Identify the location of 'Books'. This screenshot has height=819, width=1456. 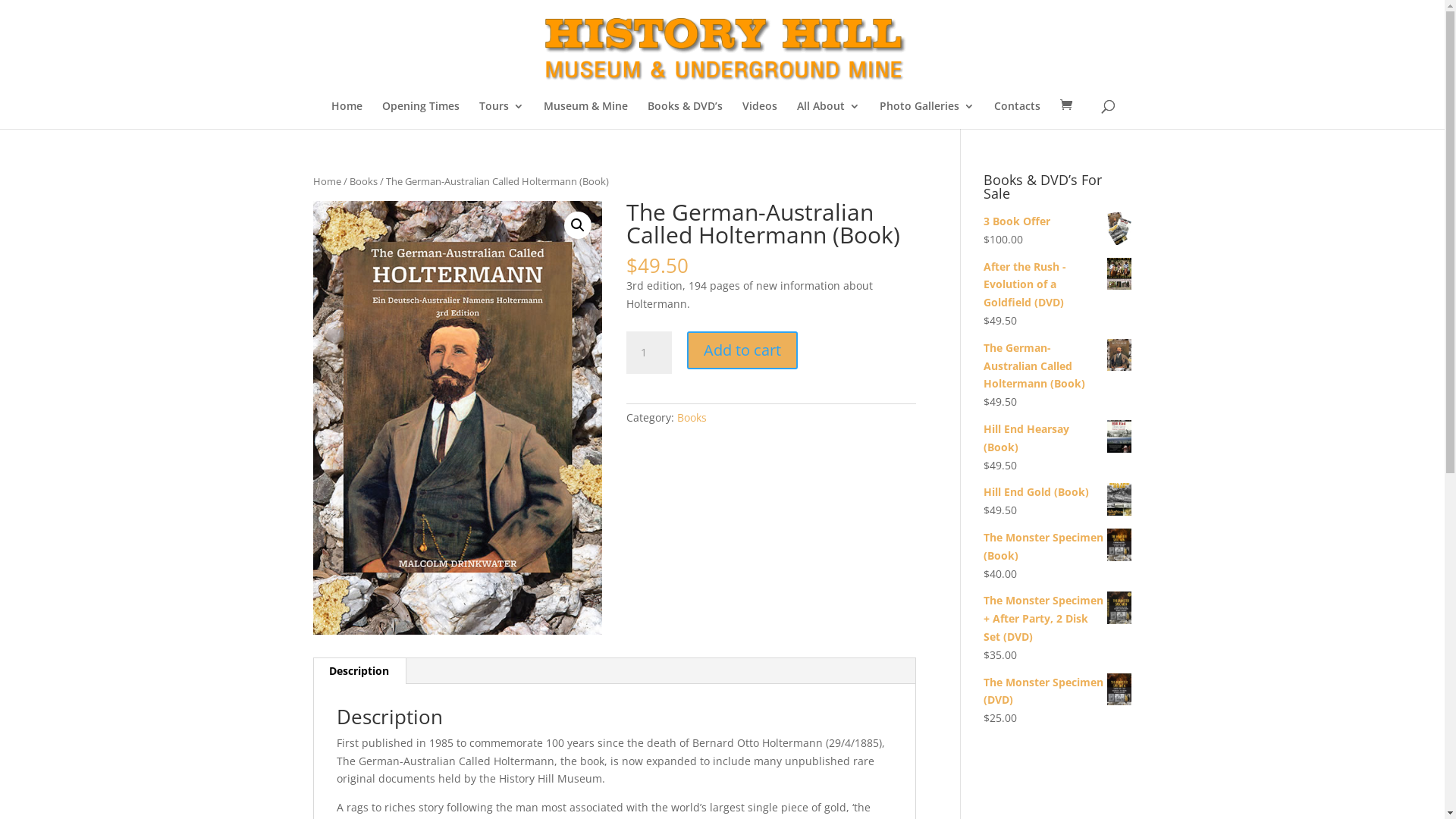
(362, 180).